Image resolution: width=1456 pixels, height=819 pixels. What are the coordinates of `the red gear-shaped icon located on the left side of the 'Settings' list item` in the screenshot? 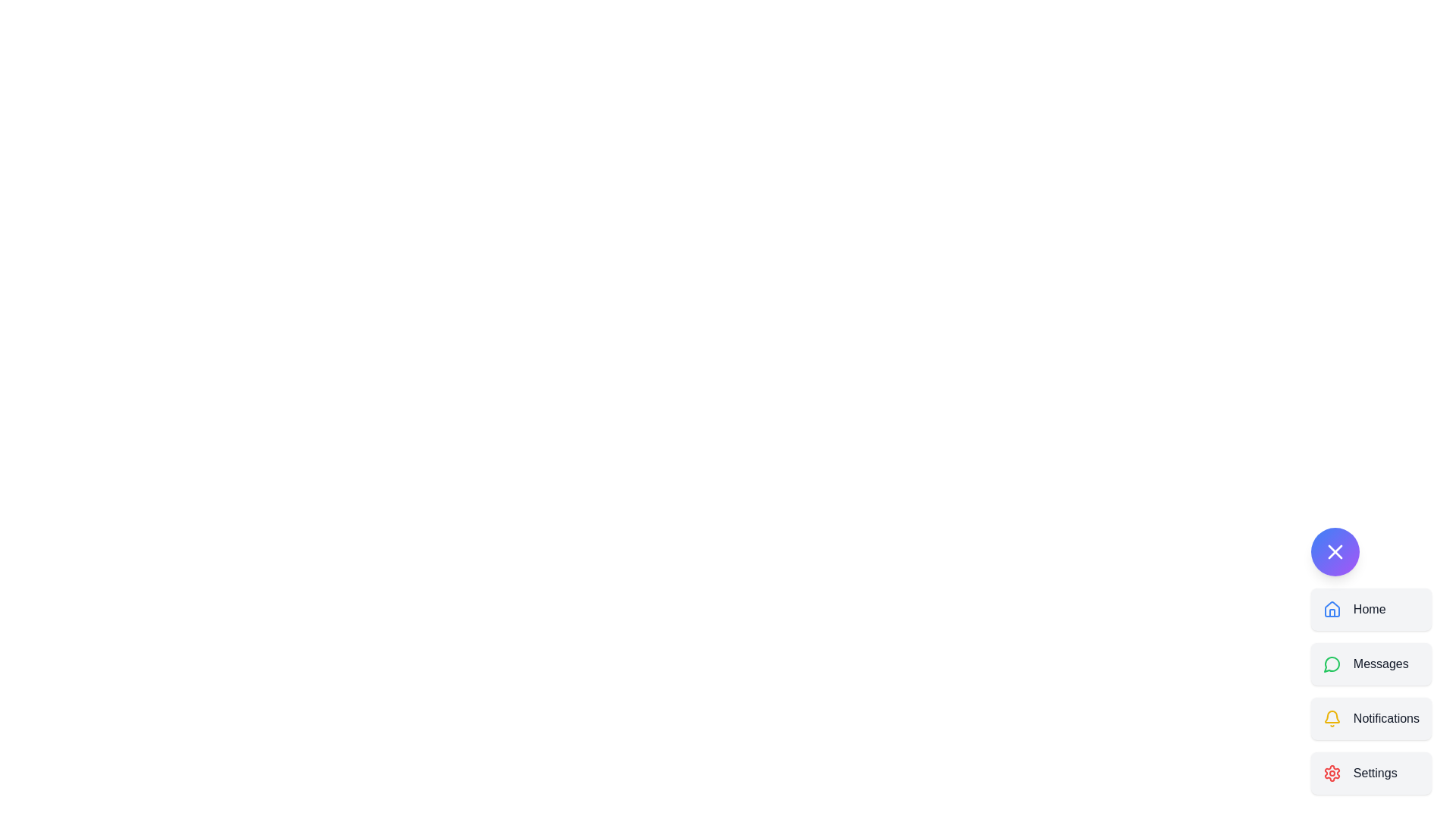 It's located at (1331, 773).